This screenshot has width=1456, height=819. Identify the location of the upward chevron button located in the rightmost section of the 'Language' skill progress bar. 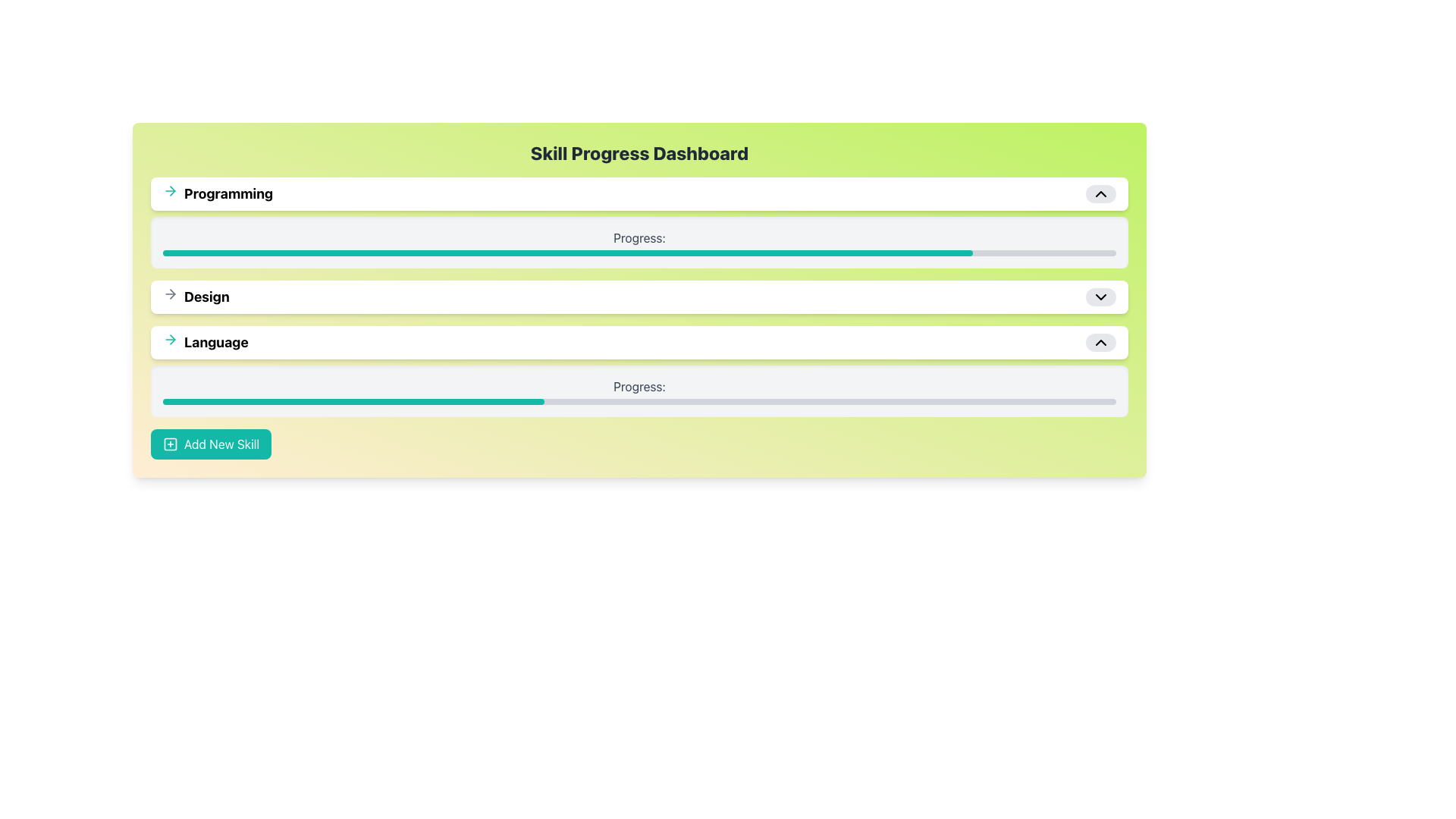
(1100, 342).